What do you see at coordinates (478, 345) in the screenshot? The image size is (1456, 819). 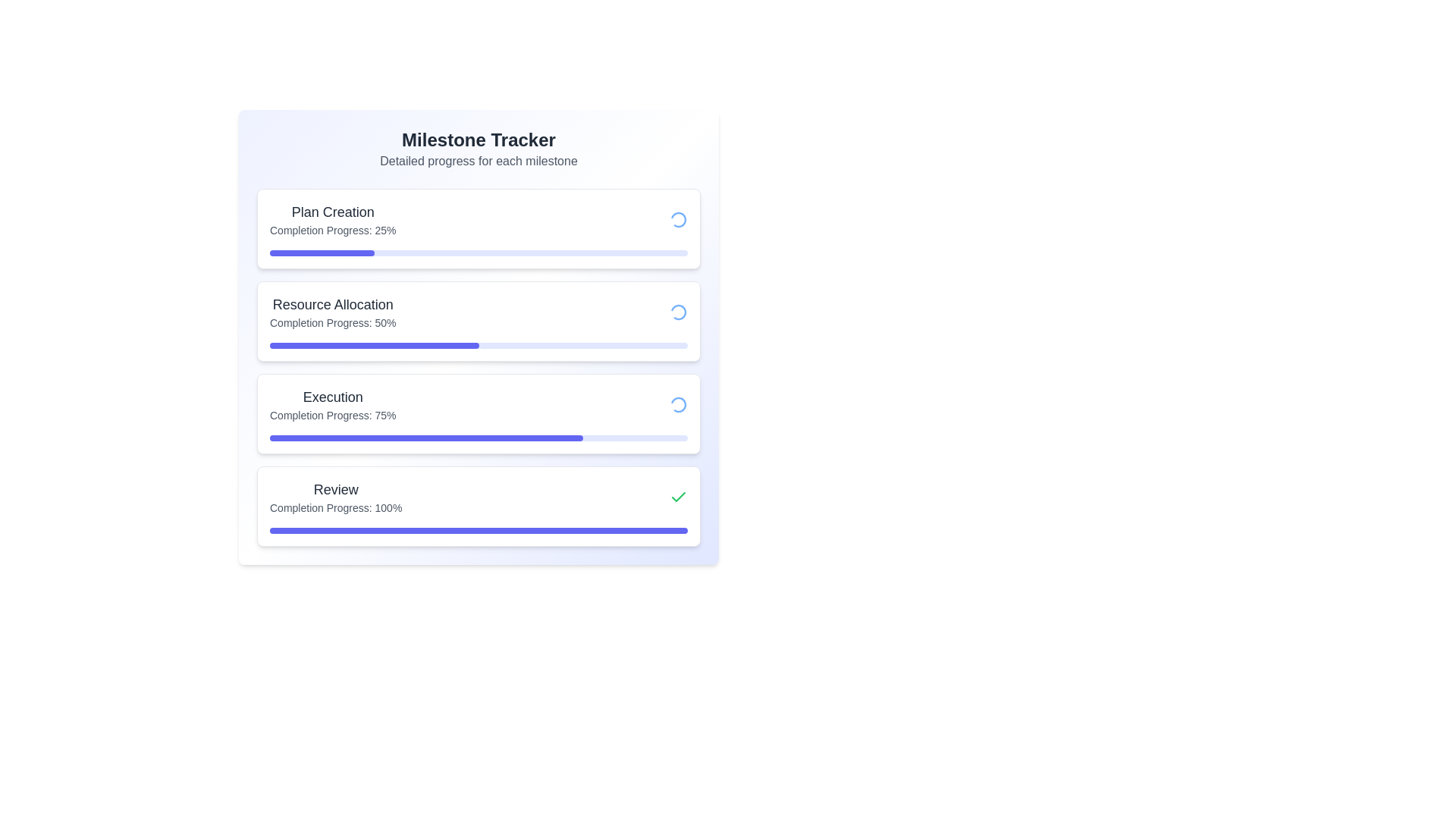 I see `the progress visually on the progress bar located centrally in the 'Resource Allocation' box, below the text 'Completion Progress: 50%'` at bounding box center [478, 345].